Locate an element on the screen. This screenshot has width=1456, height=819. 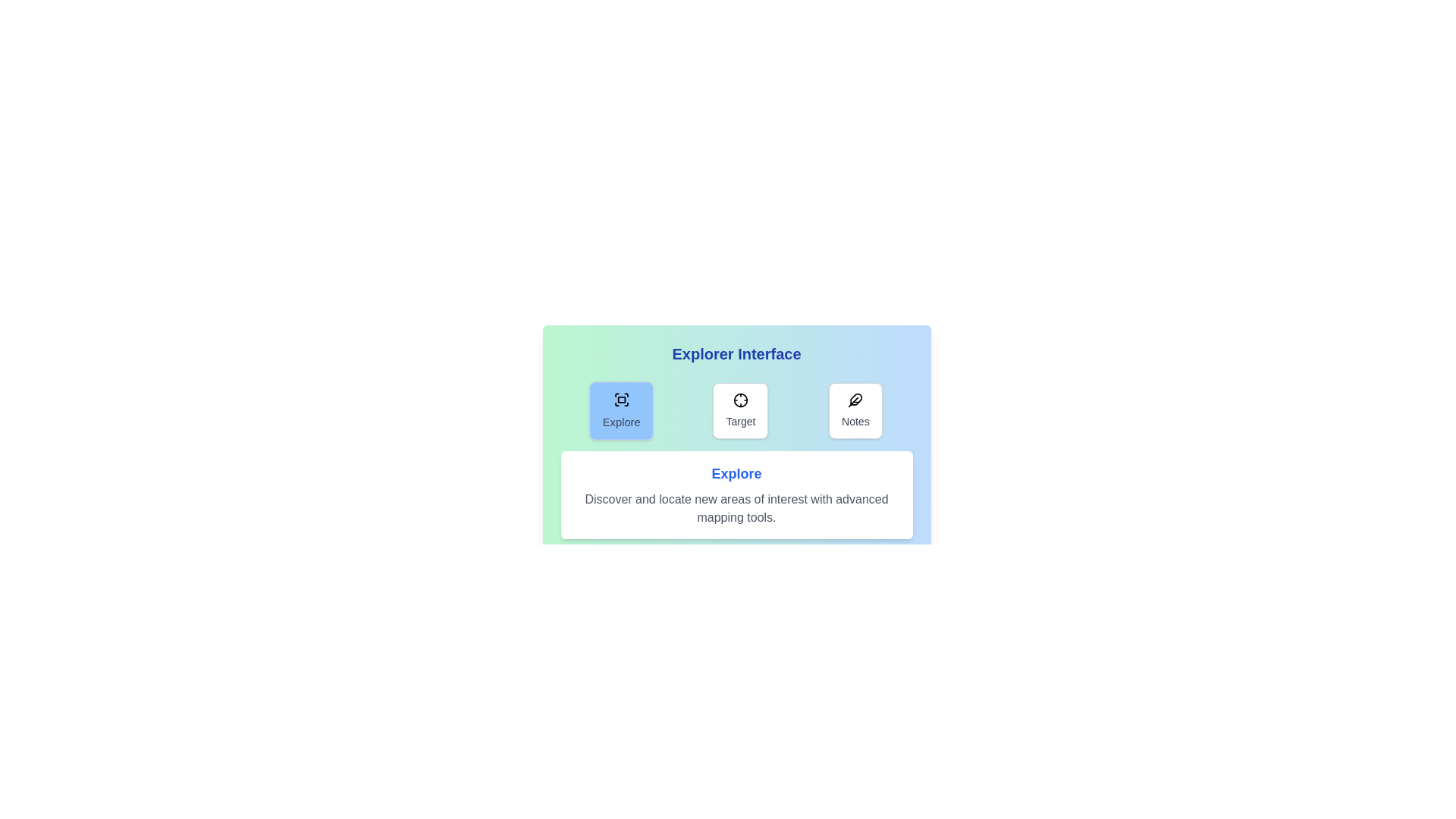
the button labeled Explore to observe its interactive style is located at coordinates (622, 411).